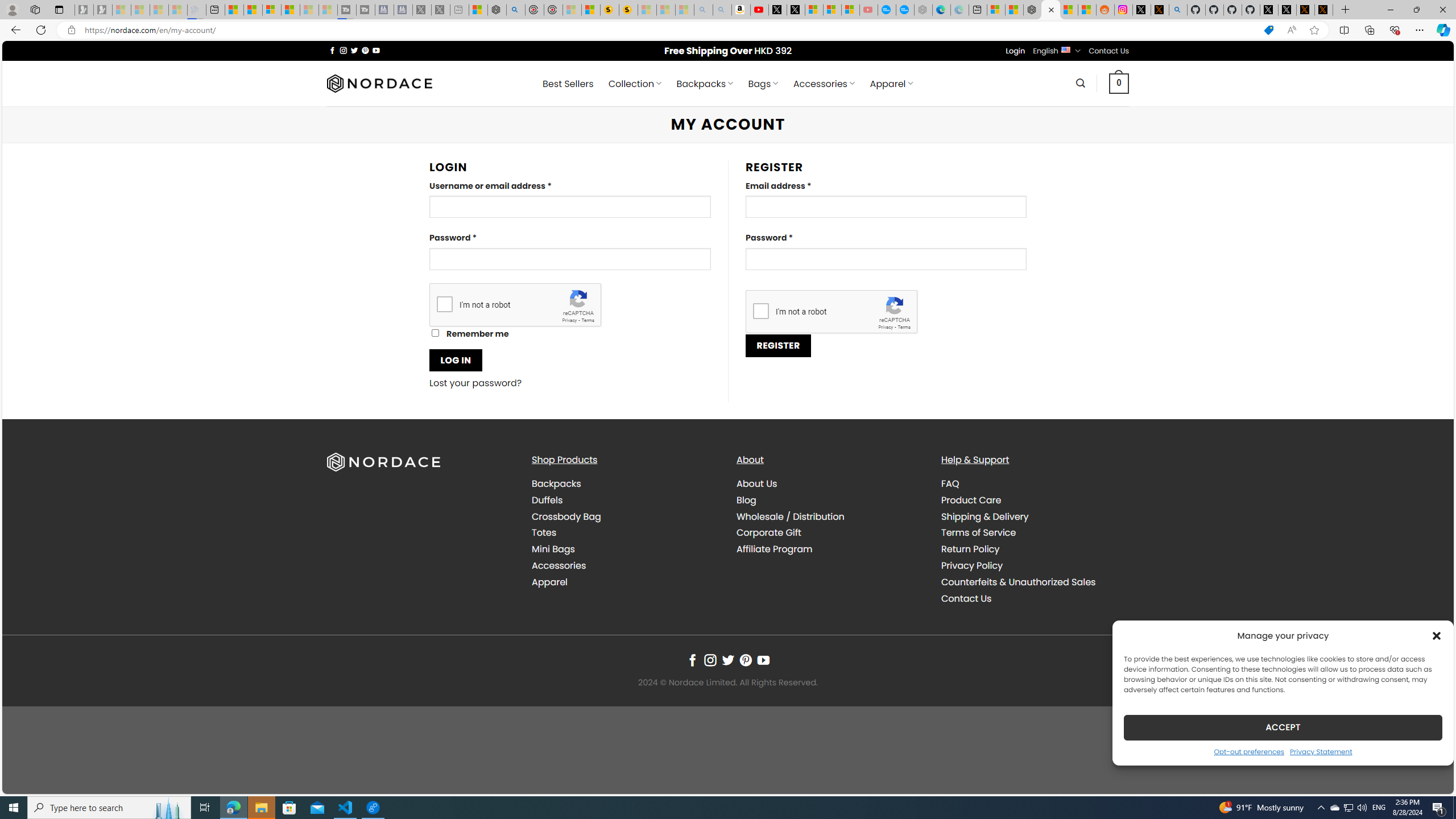 The height and width of the screenshot is (819, 1456). What do you see at coordinates (904, 9) in the screenshot?
I see `'The most popular Google '` at bounding box center [904, 9].